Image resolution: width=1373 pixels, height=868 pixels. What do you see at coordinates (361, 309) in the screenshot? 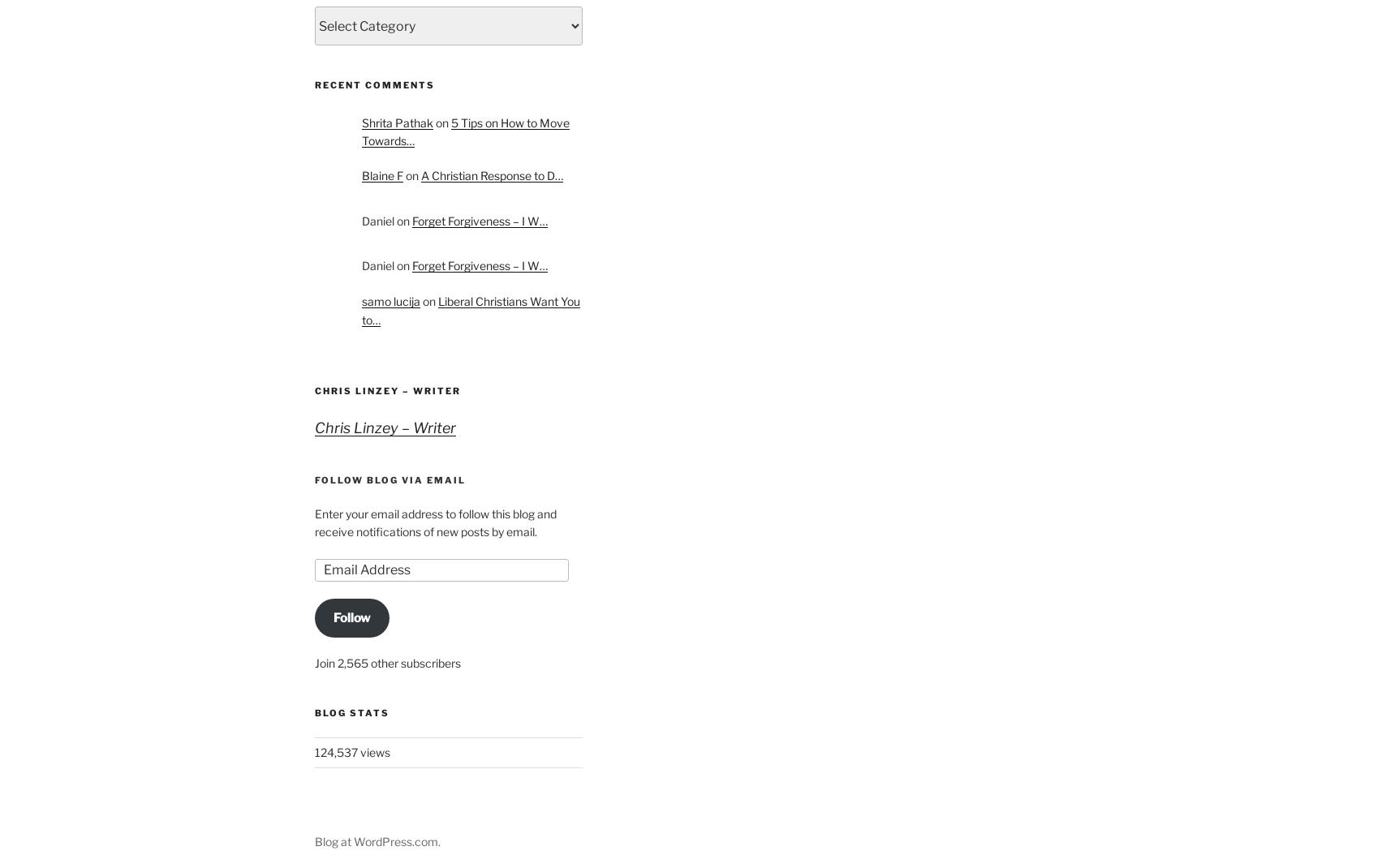
I see `'Liberal Christians Want You to…'` at bounding box center [361, 309].